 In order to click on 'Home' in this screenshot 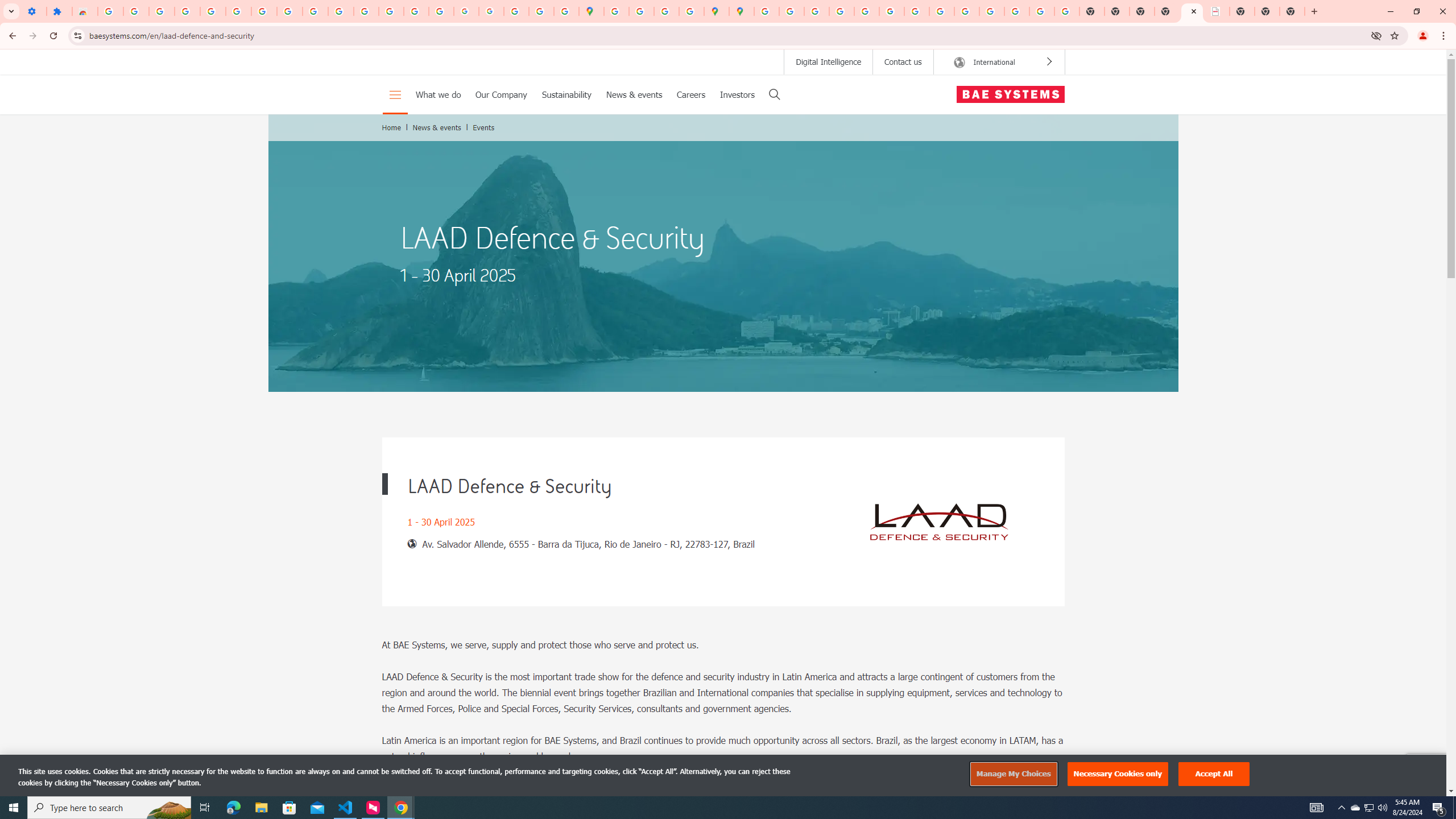, I will do `click(391, 126)`.